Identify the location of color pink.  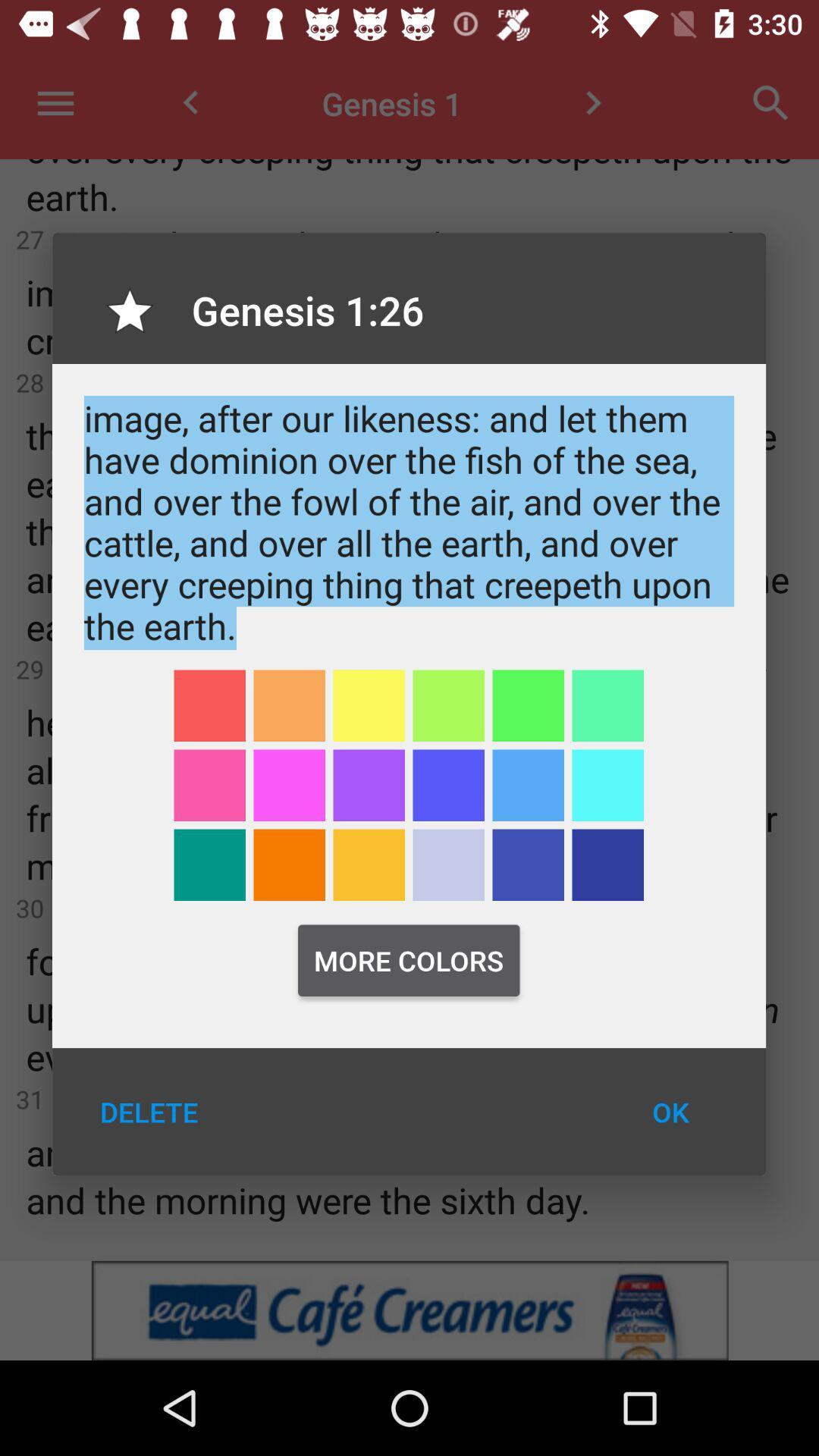
(289, 785).